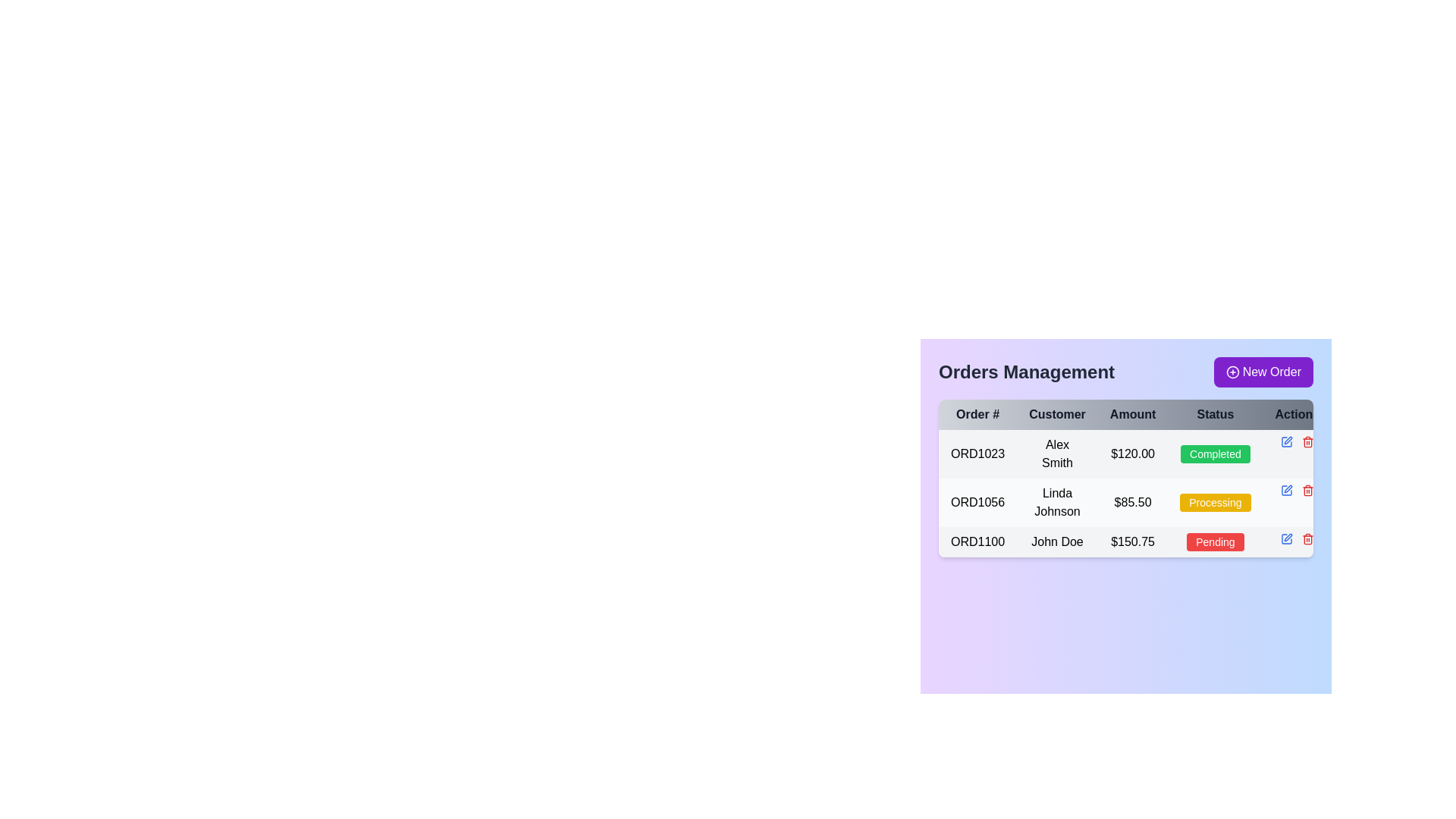  Describe the element at coordinates (1056, 453) in the screenshot. I see `the text element displaying 'Alex Smith' in the 'Customer' column of the data table` at that location.